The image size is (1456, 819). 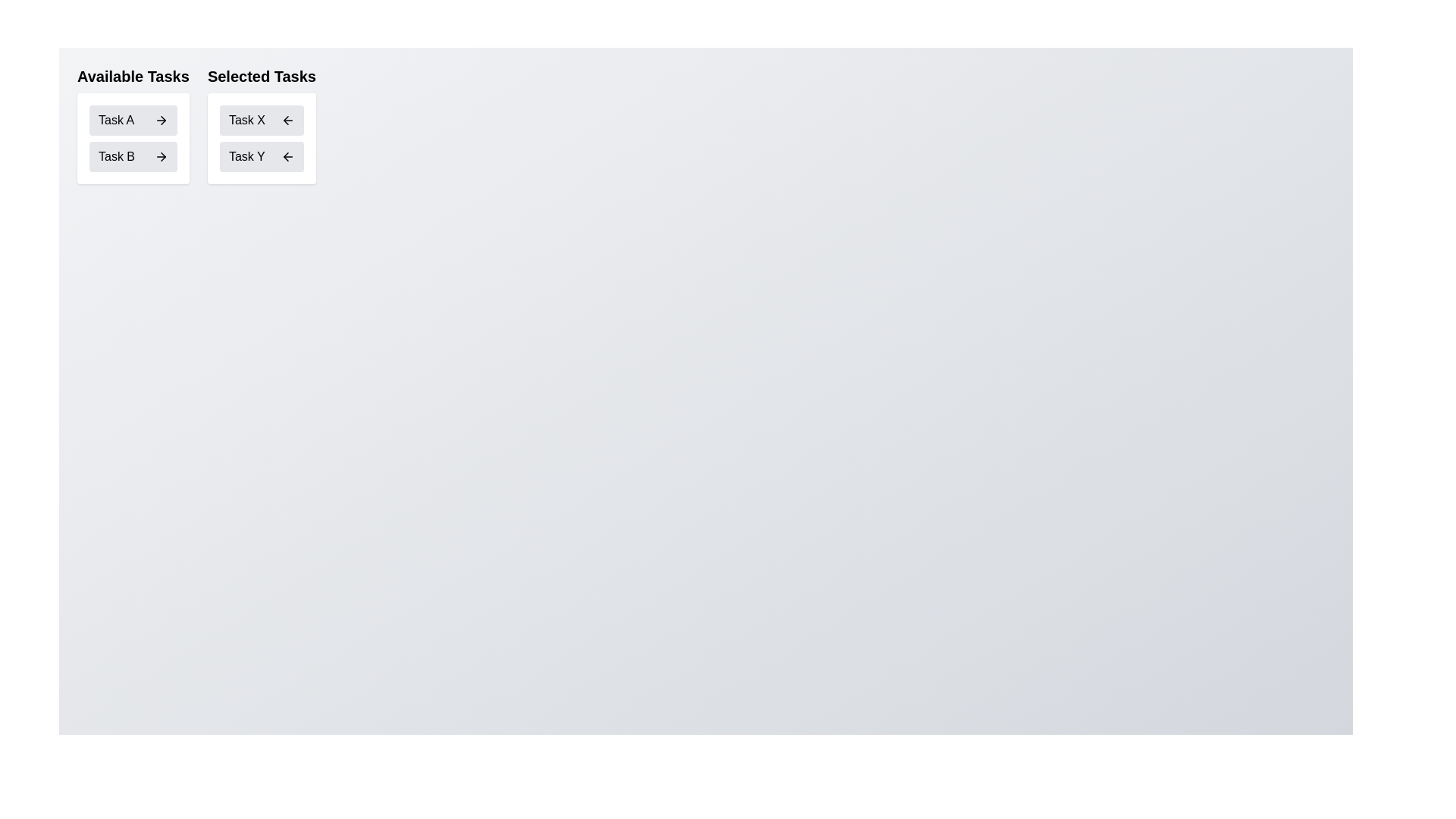 What do you see at coordinates (161, 119) in the screenshot?
I see `arrow button next to the task 'Task A' in the 'Available Tasks' list to transfer it to the 'Selected Tasks' list` at bounding box center [161, 119].